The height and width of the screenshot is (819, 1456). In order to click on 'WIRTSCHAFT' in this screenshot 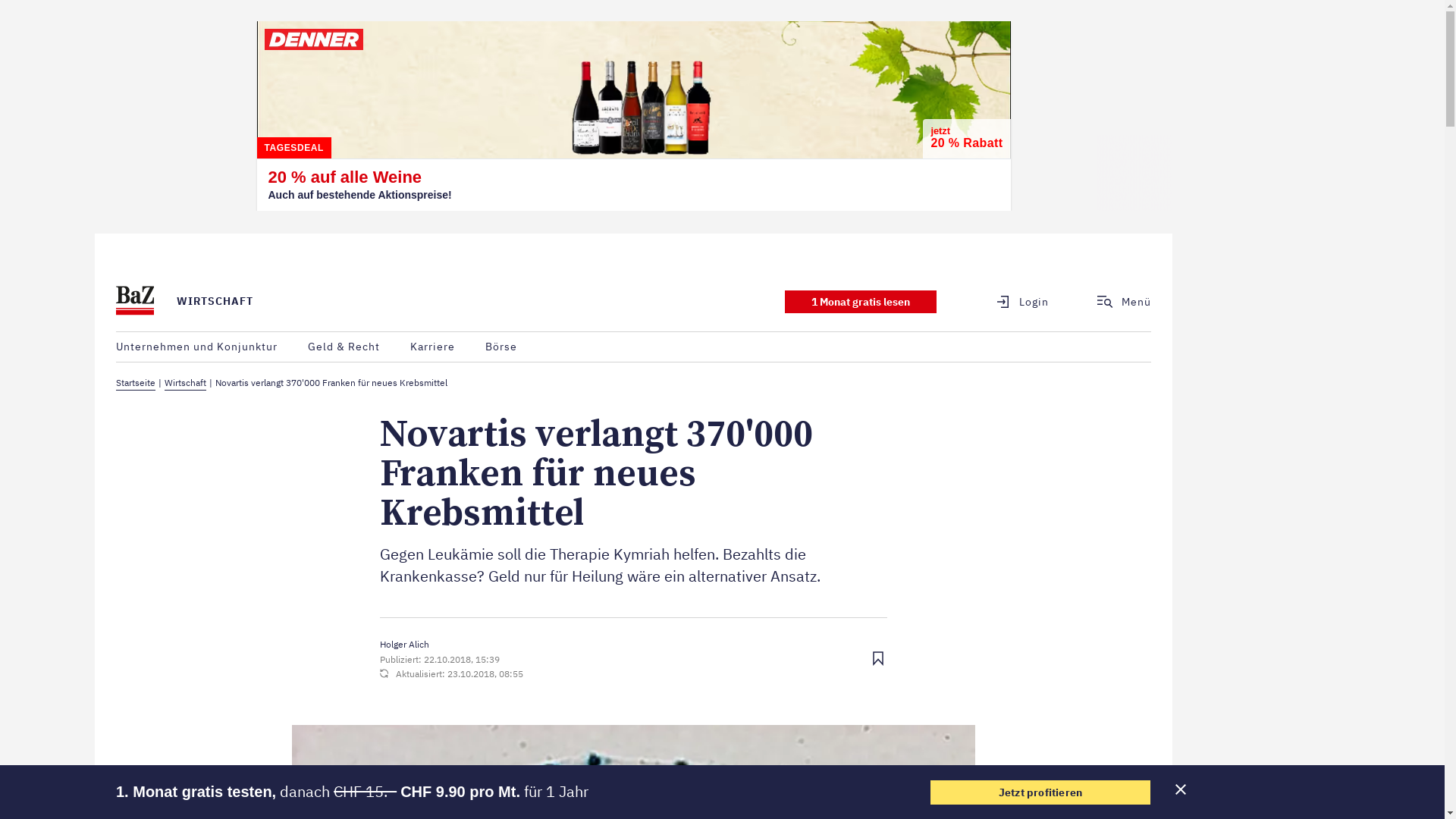, I will do `click(177, 301)`.